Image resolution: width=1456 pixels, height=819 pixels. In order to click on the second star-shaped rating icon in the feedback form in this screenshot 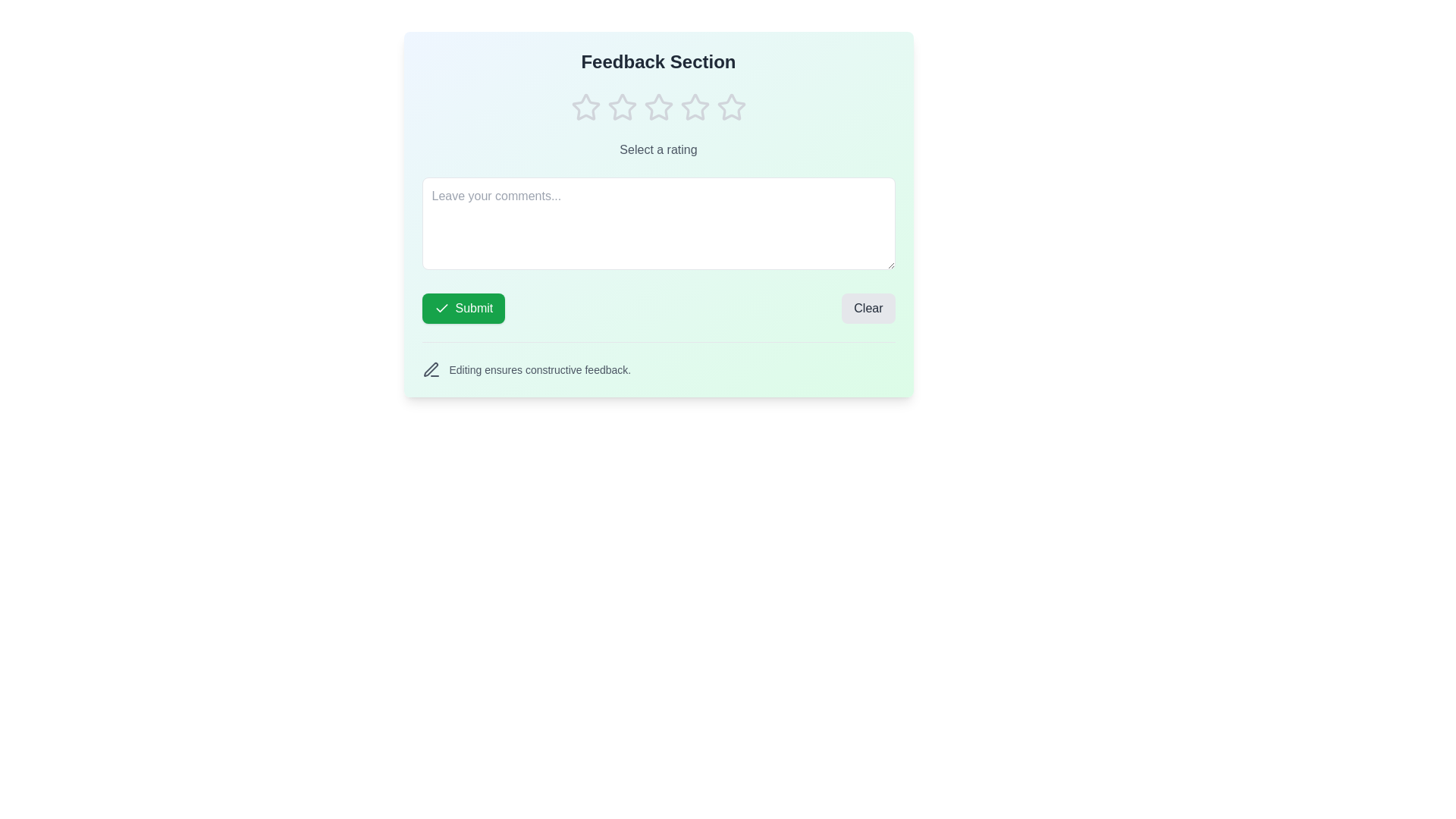, I will do `click(622, 106)`.